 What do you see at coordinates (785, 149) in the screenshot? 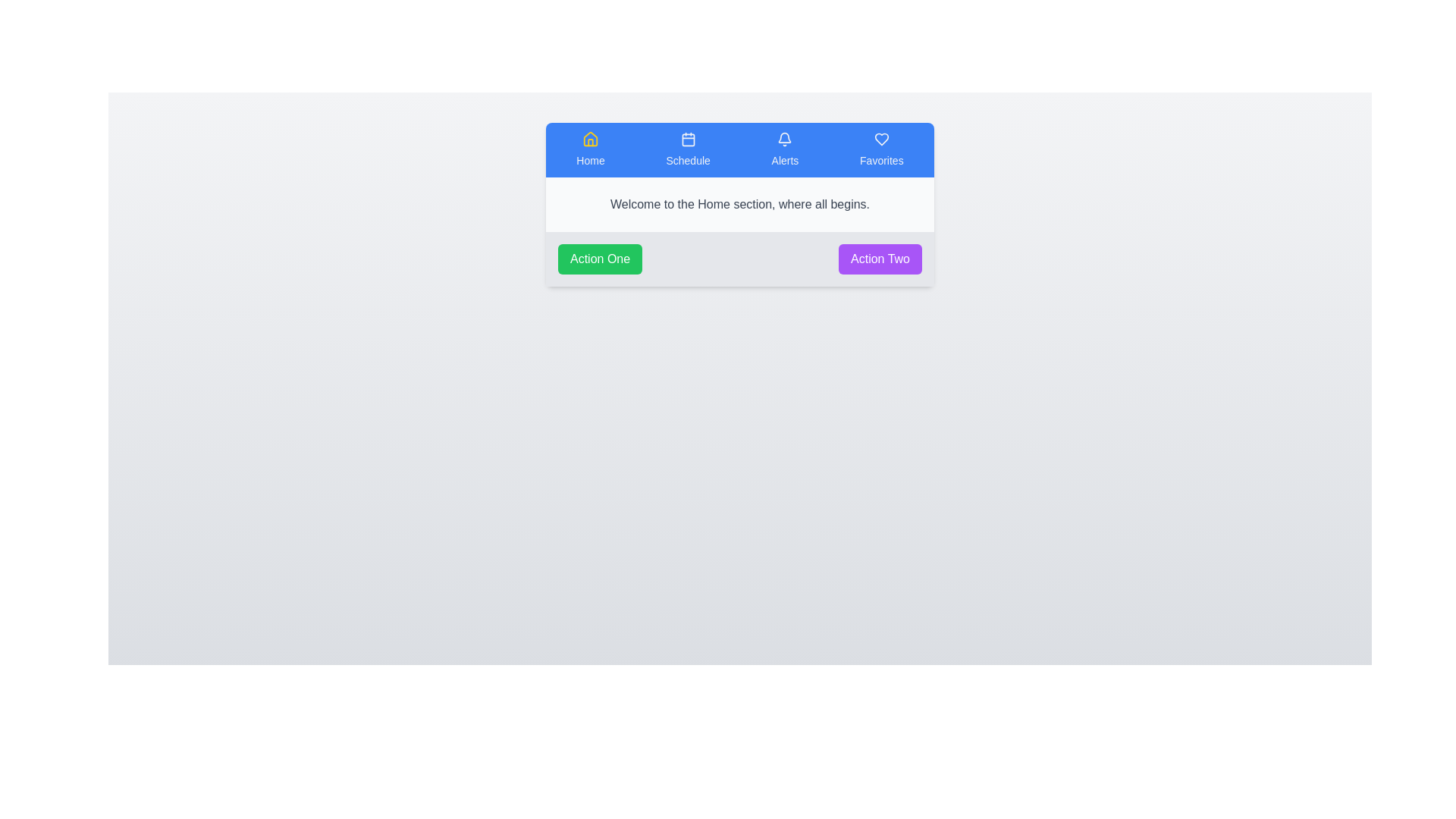
I see `the Alerts tab` at bounding box center [785, 149].